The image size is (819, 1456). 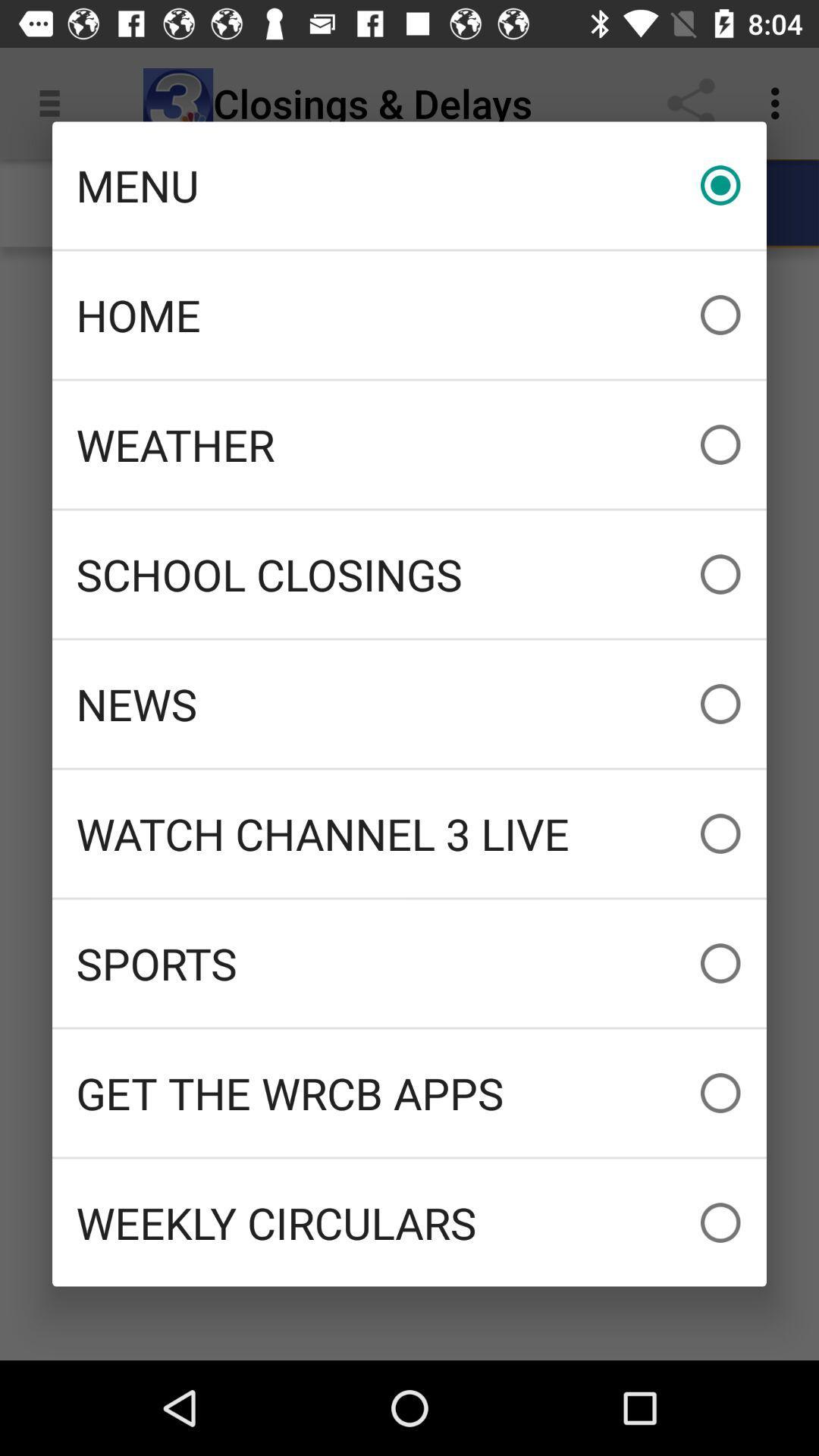 What do you see at coordinates (409, 444) in the screenshot?
I see `the icon below home icon` at bounding box center [409, 444].